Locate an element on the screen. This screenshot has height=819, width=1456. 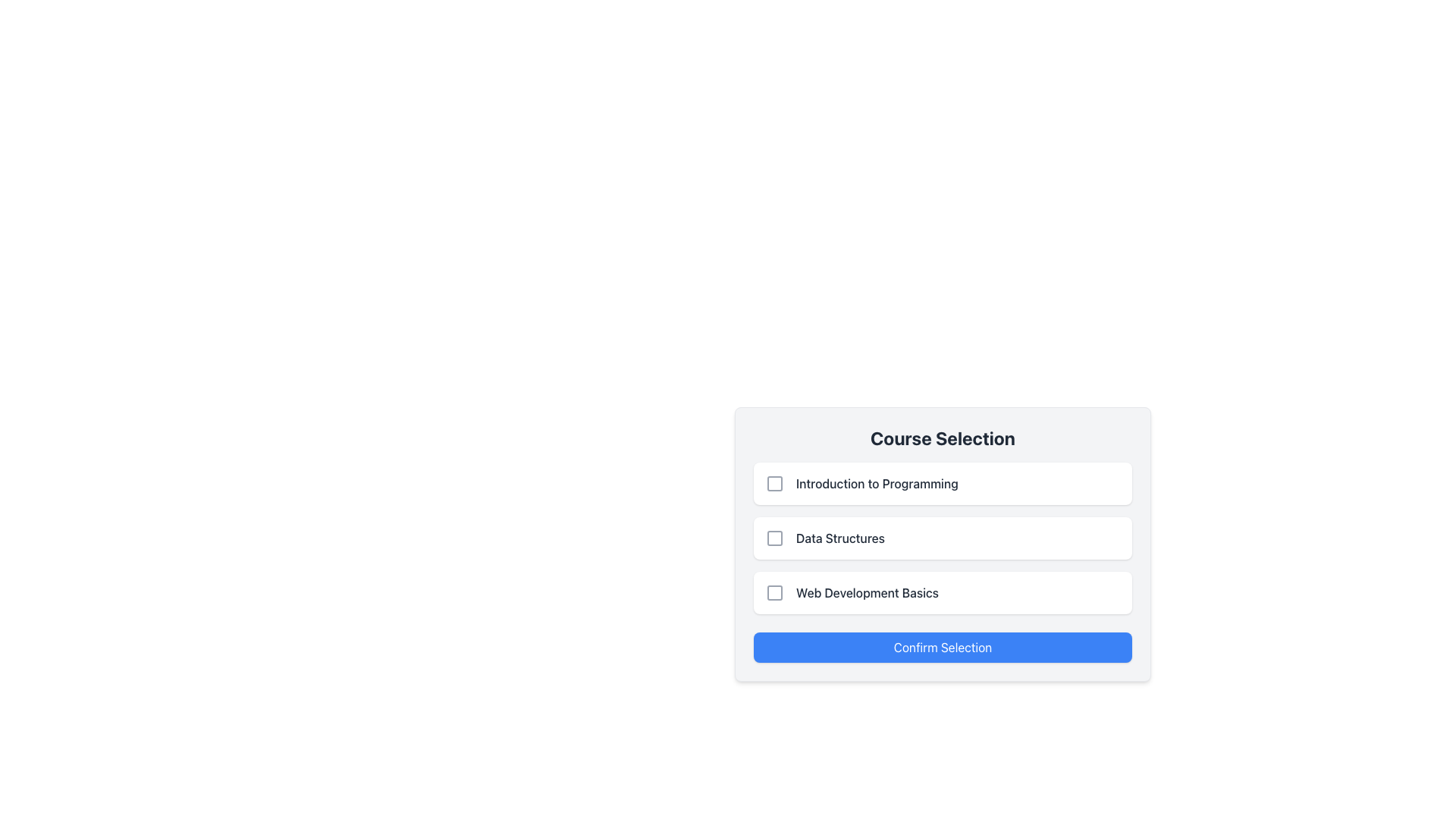
the checkbox for the 'Data Structures' option in the selectable list item under 'Course Selection' is located at coordinates (942, 543).